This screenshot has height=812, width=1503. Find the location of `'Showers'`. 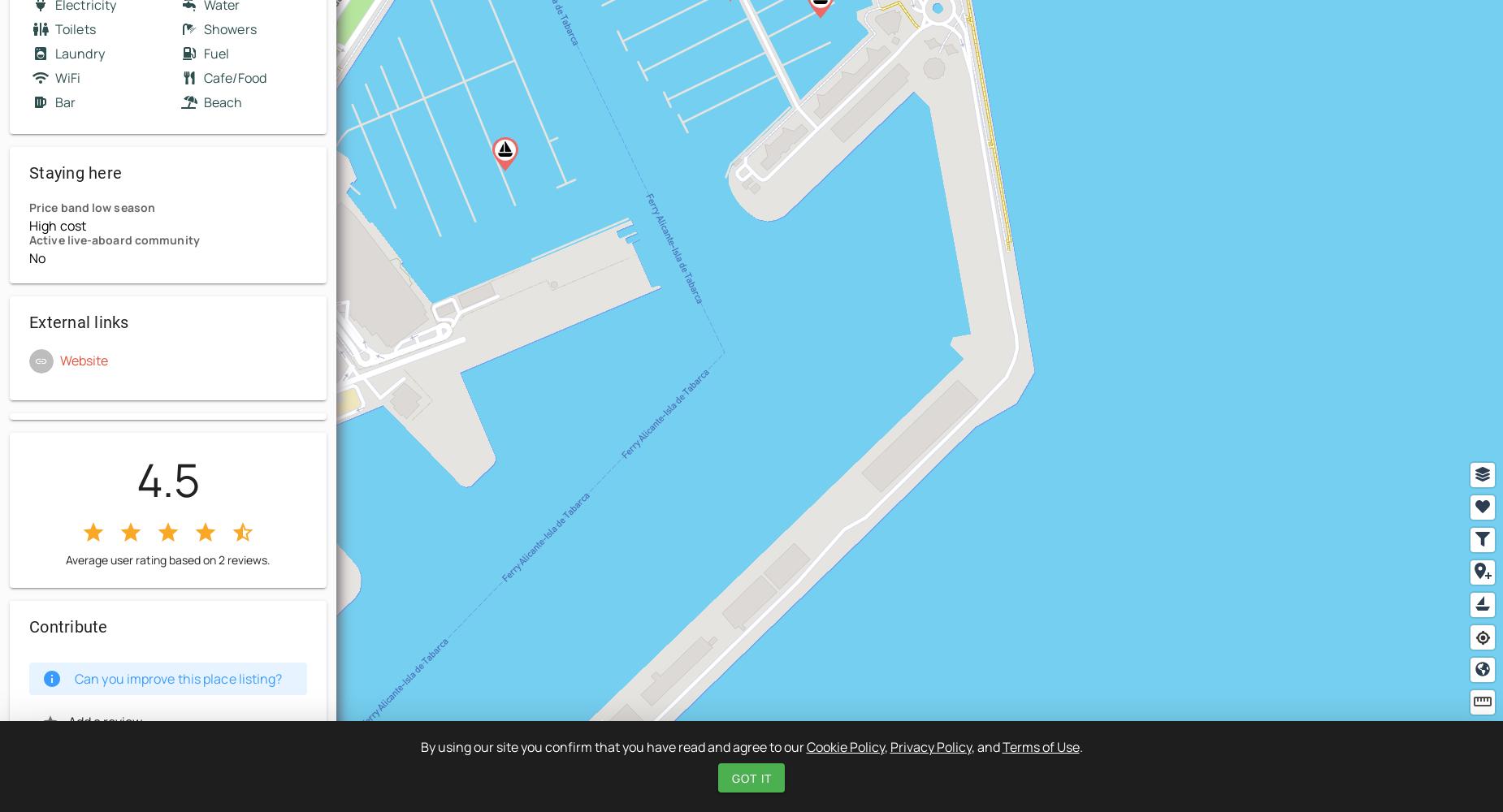

'Showers' is located at coordinates (229, 29).